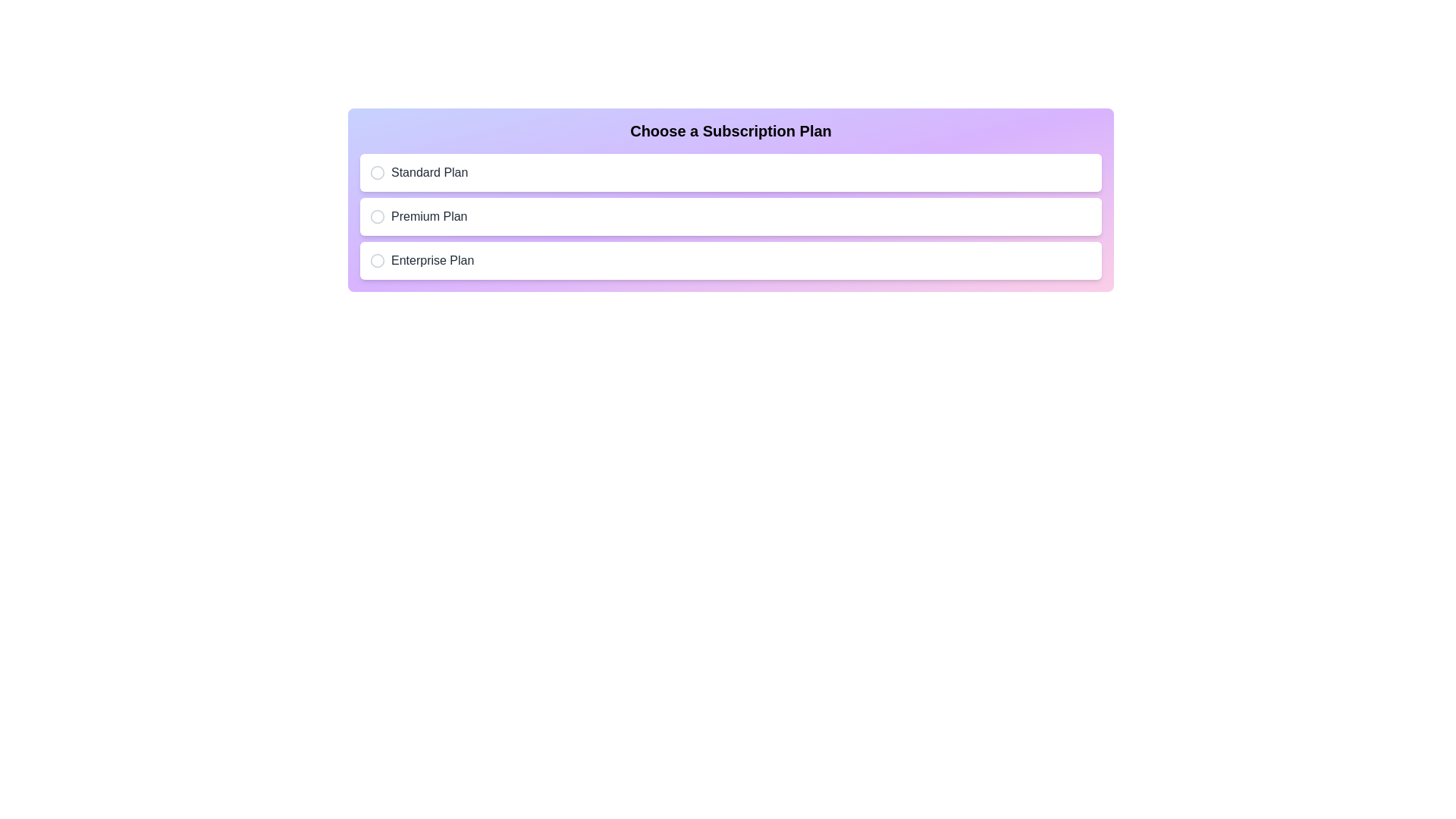 This screenshot has width=1456, height=819. Describe the element at coordinates (731, 259) in the screenshot. I see `the 'Enterprise Plan' selectable option in the subscription plans list` at that location.